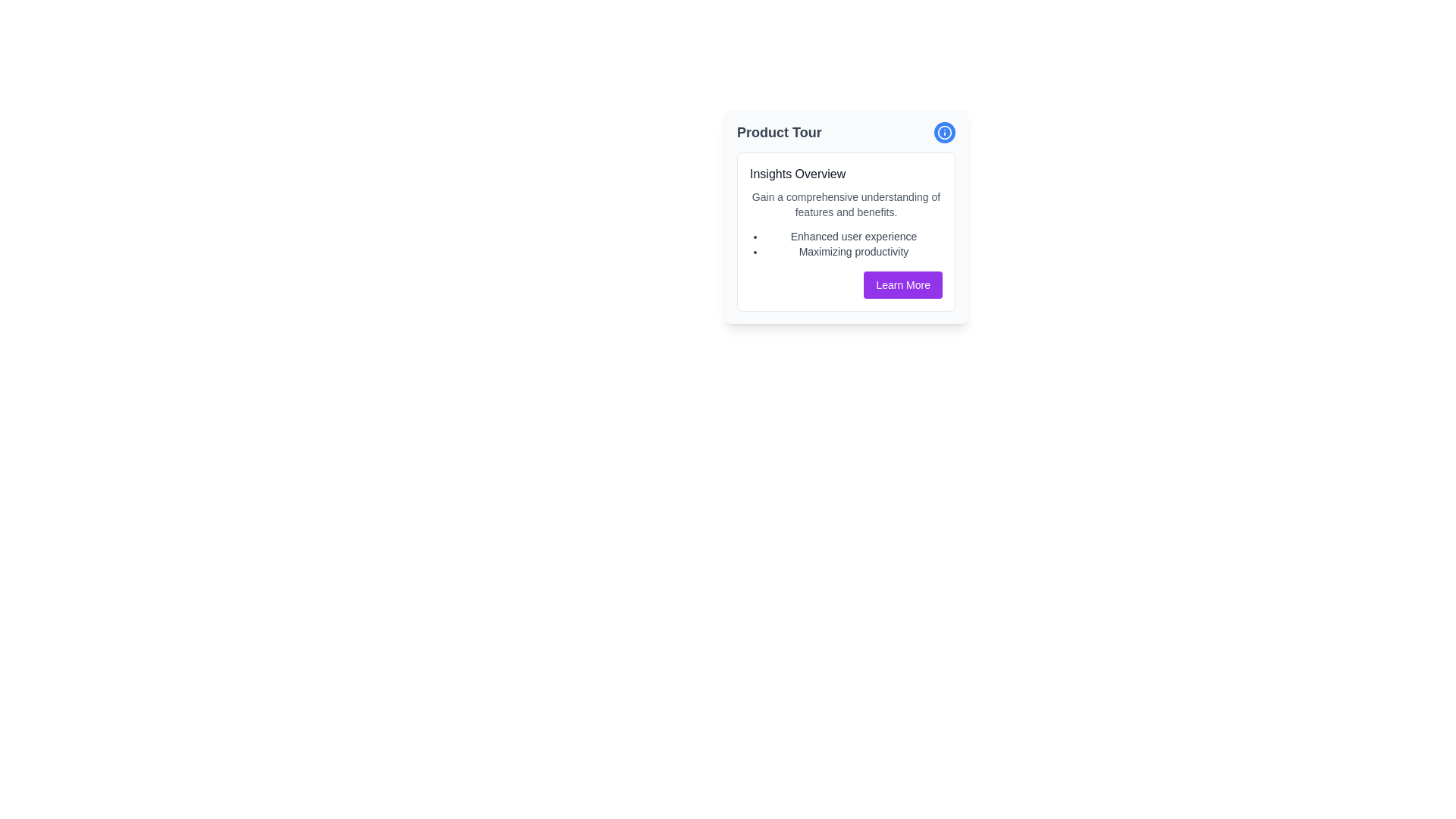 This screenshot has width=1456, height=819. What do you see at coordinates (846, 205) in the screenshot?
I see `the Informational Text element styled with a small font size and gray color, located directly below the heading 'Insights Overview' within a card-like section` at bounding box center [846, 205].